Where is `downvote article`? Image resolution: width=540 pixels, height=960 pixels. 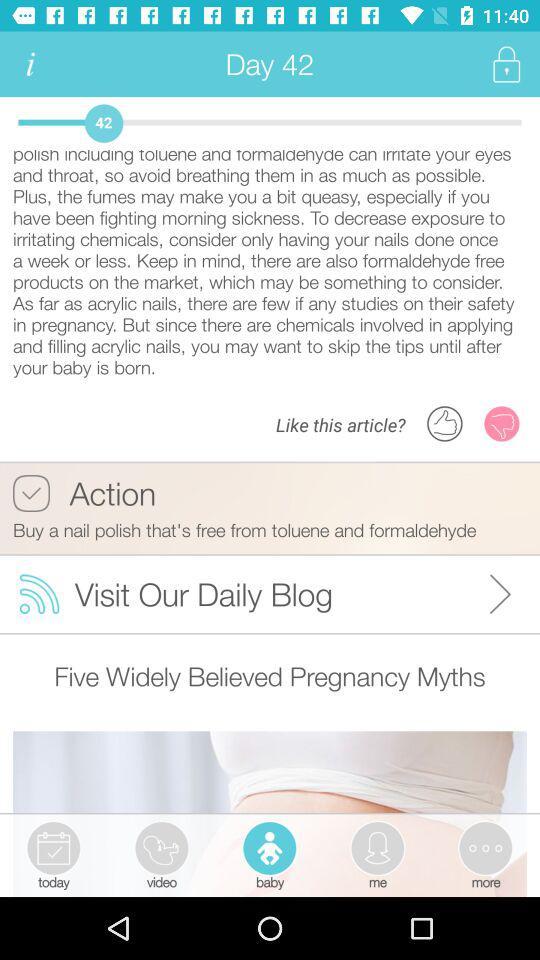
downvote article is located at coordinates (501, 423).